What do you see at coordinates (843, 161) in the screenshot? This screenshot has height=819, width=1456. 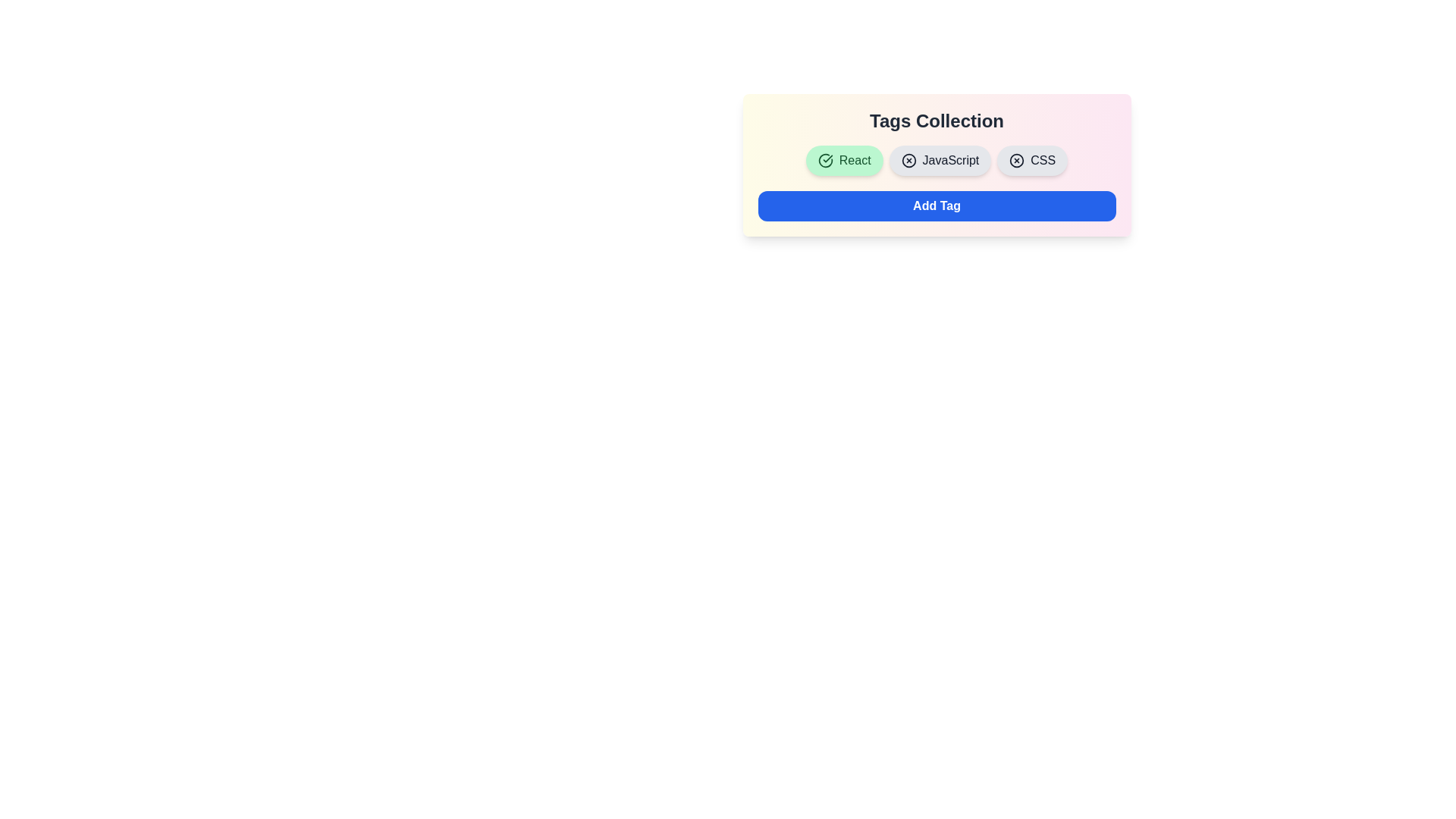 I see `the tag labeled React` at bounding box center [843, 161].